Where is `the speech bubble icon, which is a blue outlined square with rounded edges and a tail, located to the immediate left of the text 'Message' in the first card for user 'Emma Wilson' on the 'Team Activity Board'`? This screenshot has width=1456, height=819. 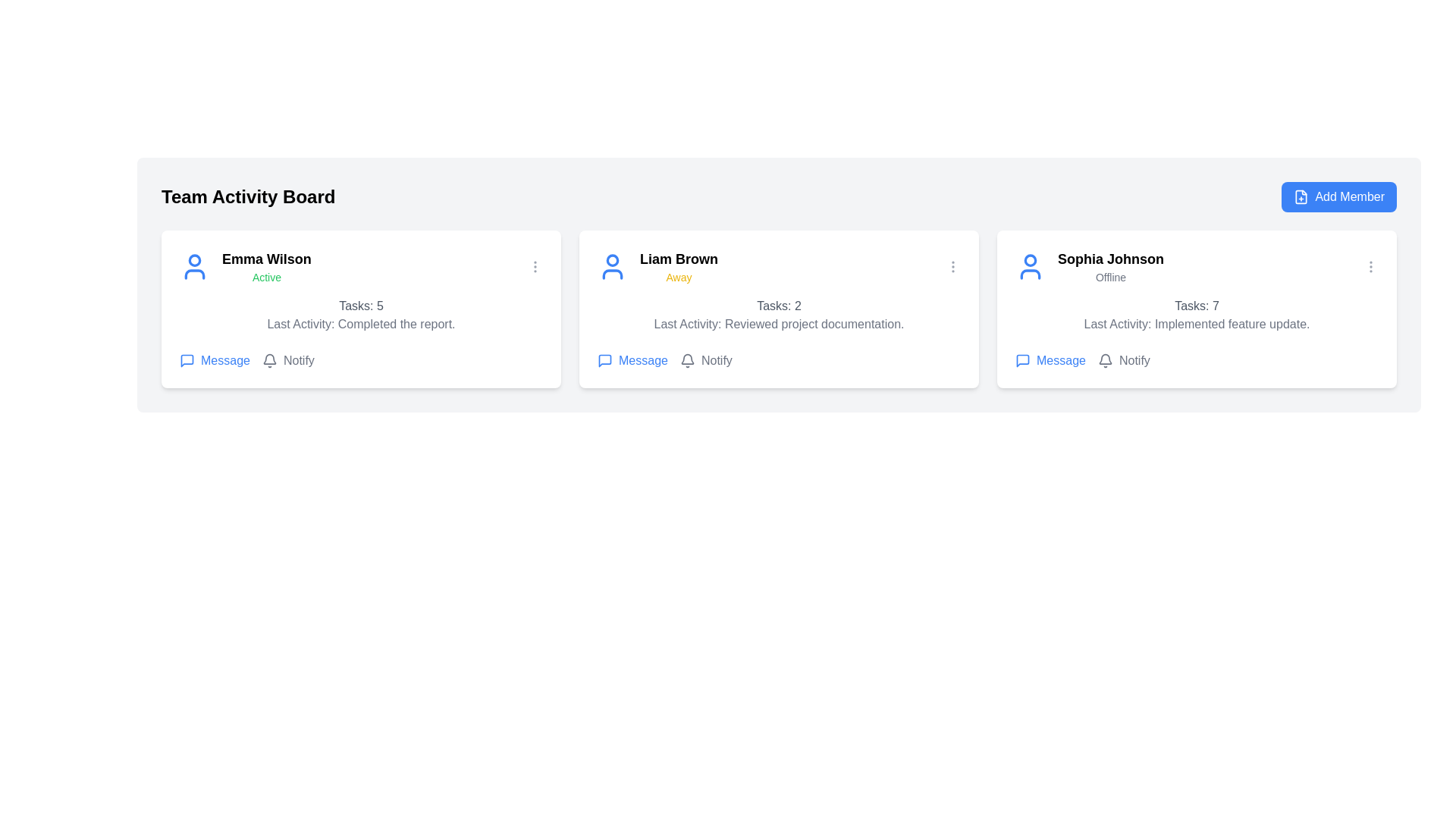 the speech bubble icon, which is a blue outlined square with rounded edges and a tail, located to the immediate left of the text 'Message' in the first card for user 'Emma Wilson' on the 'Team Activity Board' is located at coordinates (186, 360).